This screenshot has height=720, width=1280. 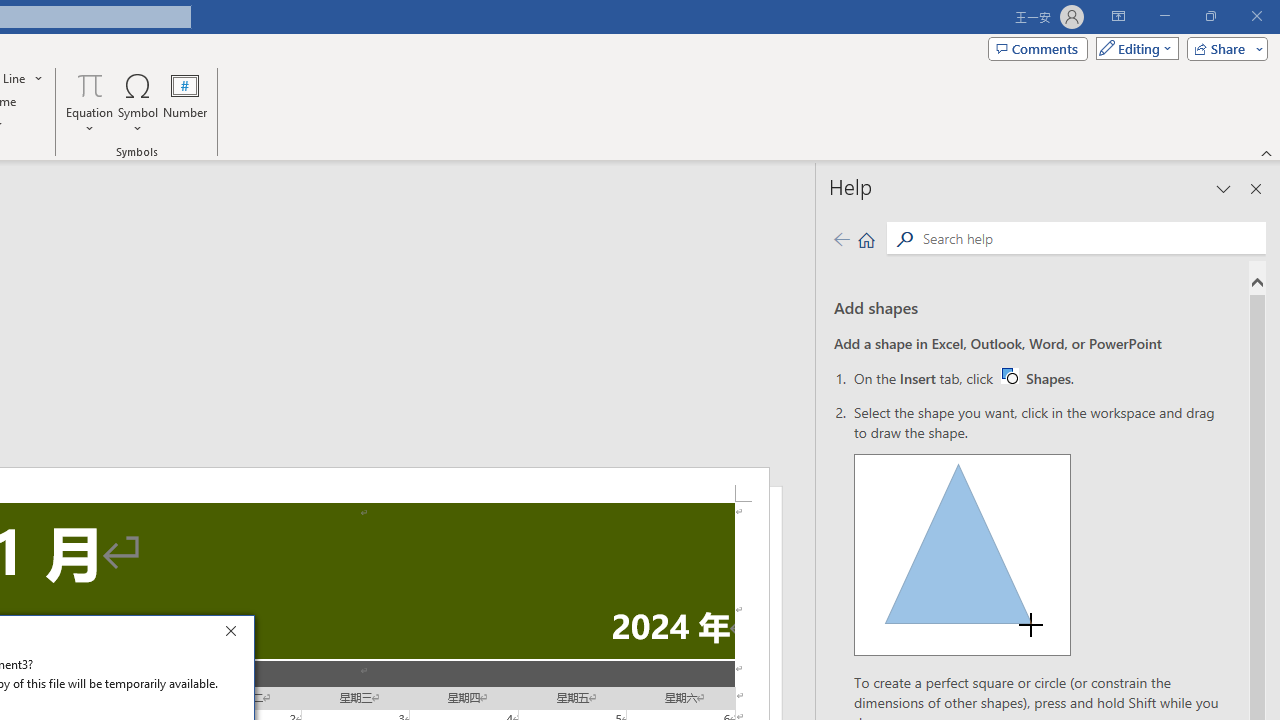 What do you see at coordinates (89, 84) in the screenshot?
I see `'Equation'` at bounding box center [89, 84].